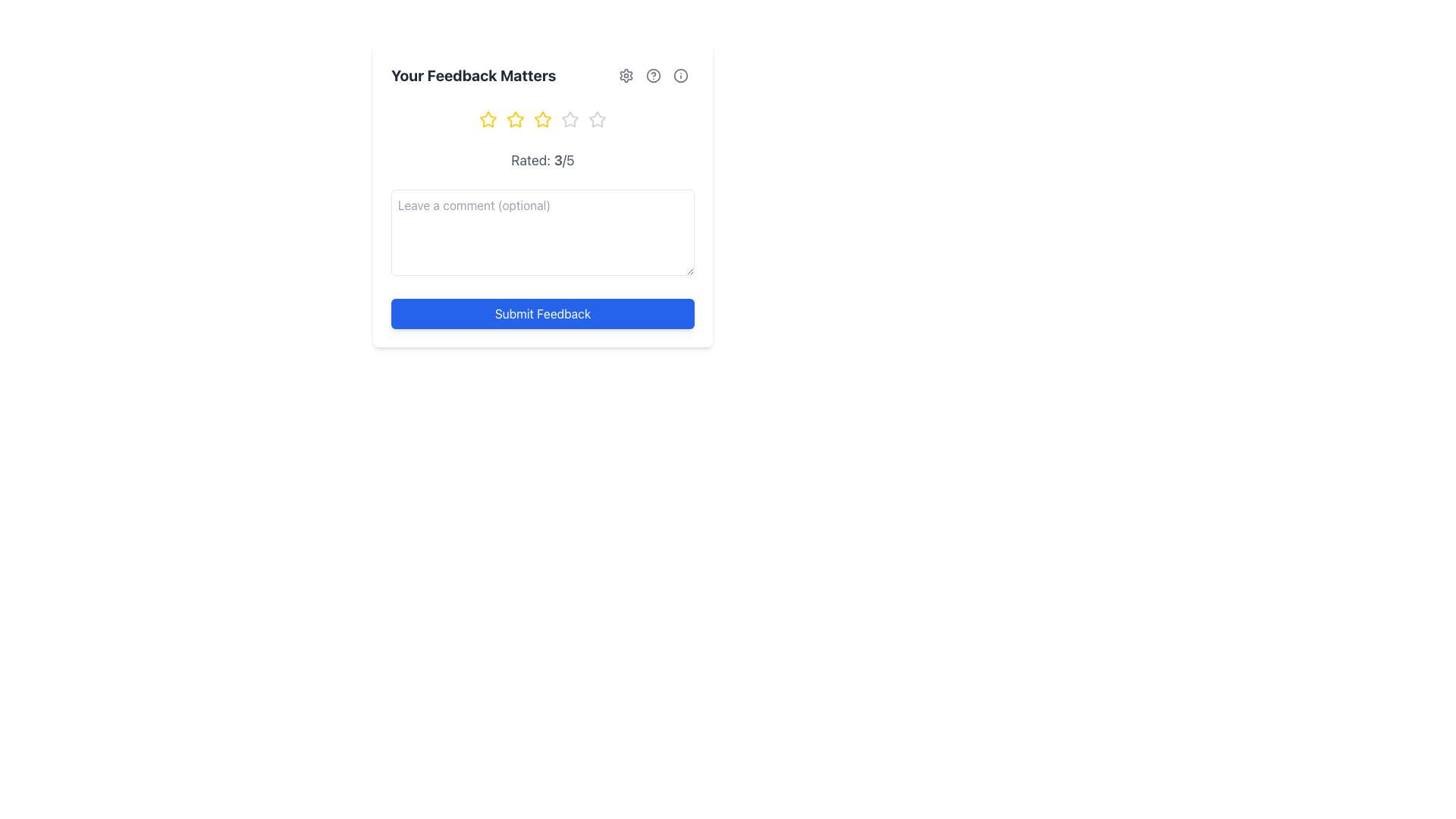 The image size is (1456, 819). What do you see at coordinates (516, 119) in the screenshot?
I see `the second star icon in the 5-star rating system` at bounding box center [516, 119].